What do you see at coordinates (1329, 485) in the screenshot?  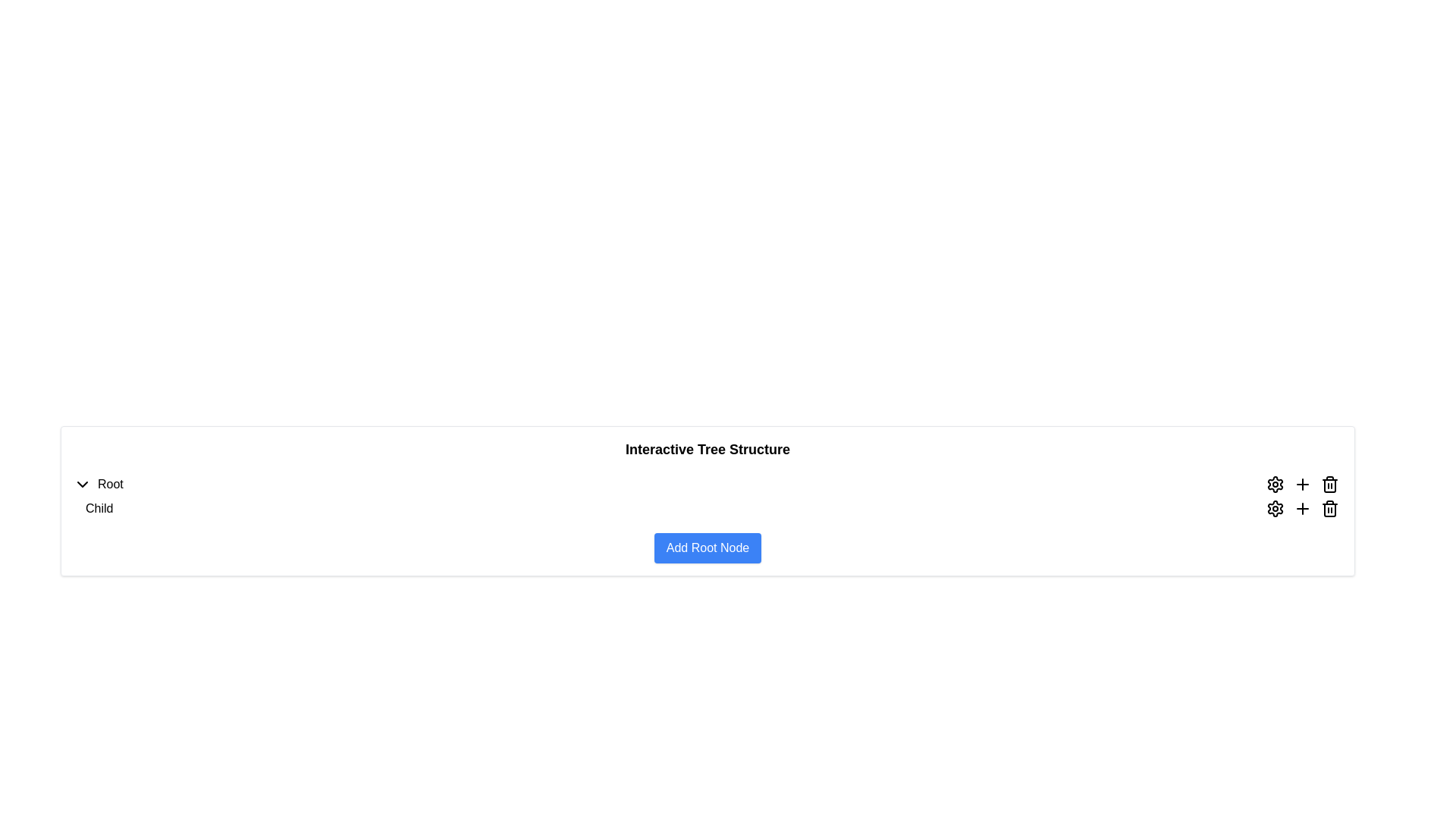 I see `the trash bin icon component` at bounding box center [1329, 485].